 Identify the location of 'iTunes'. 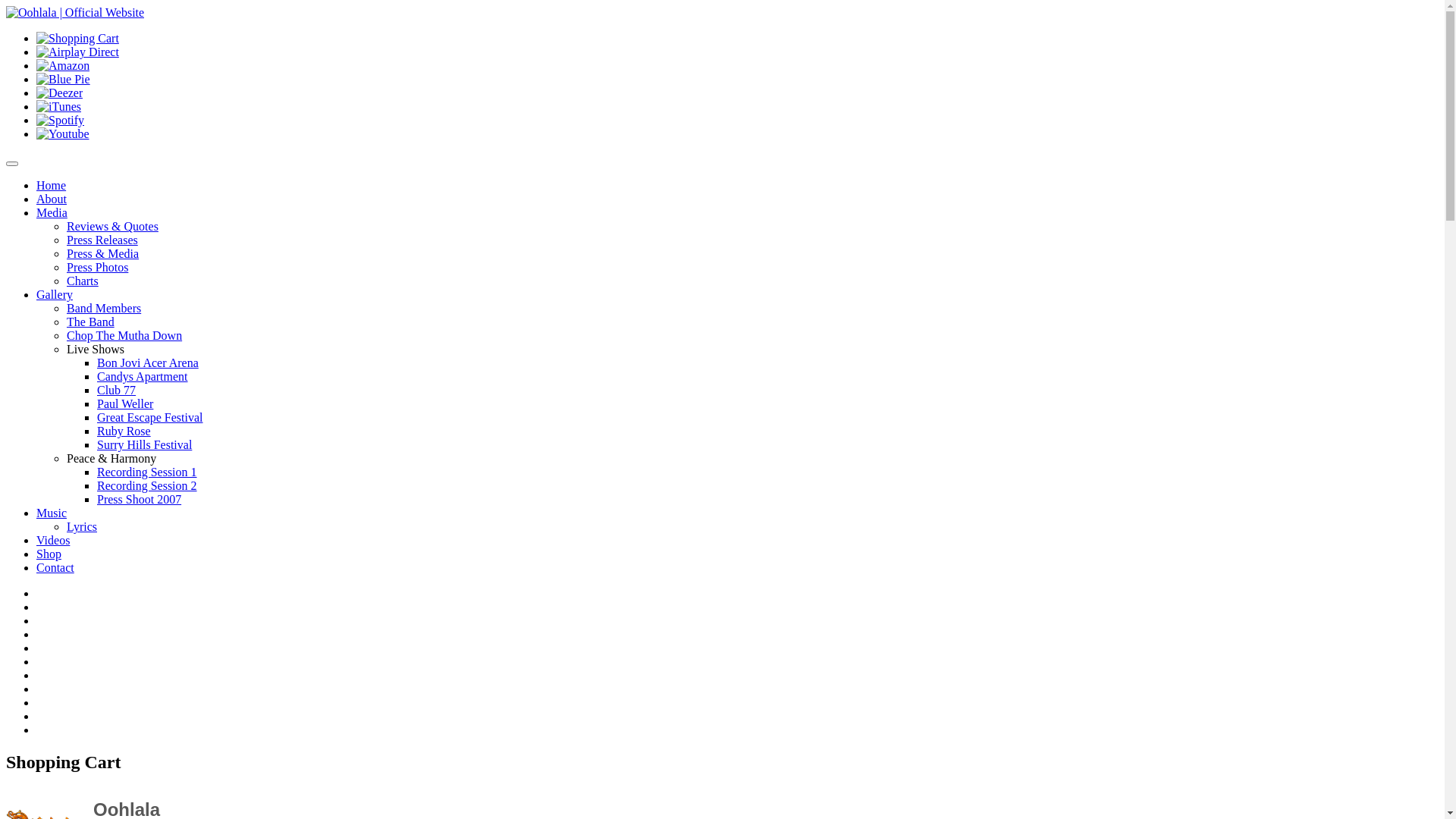
(58, 105).